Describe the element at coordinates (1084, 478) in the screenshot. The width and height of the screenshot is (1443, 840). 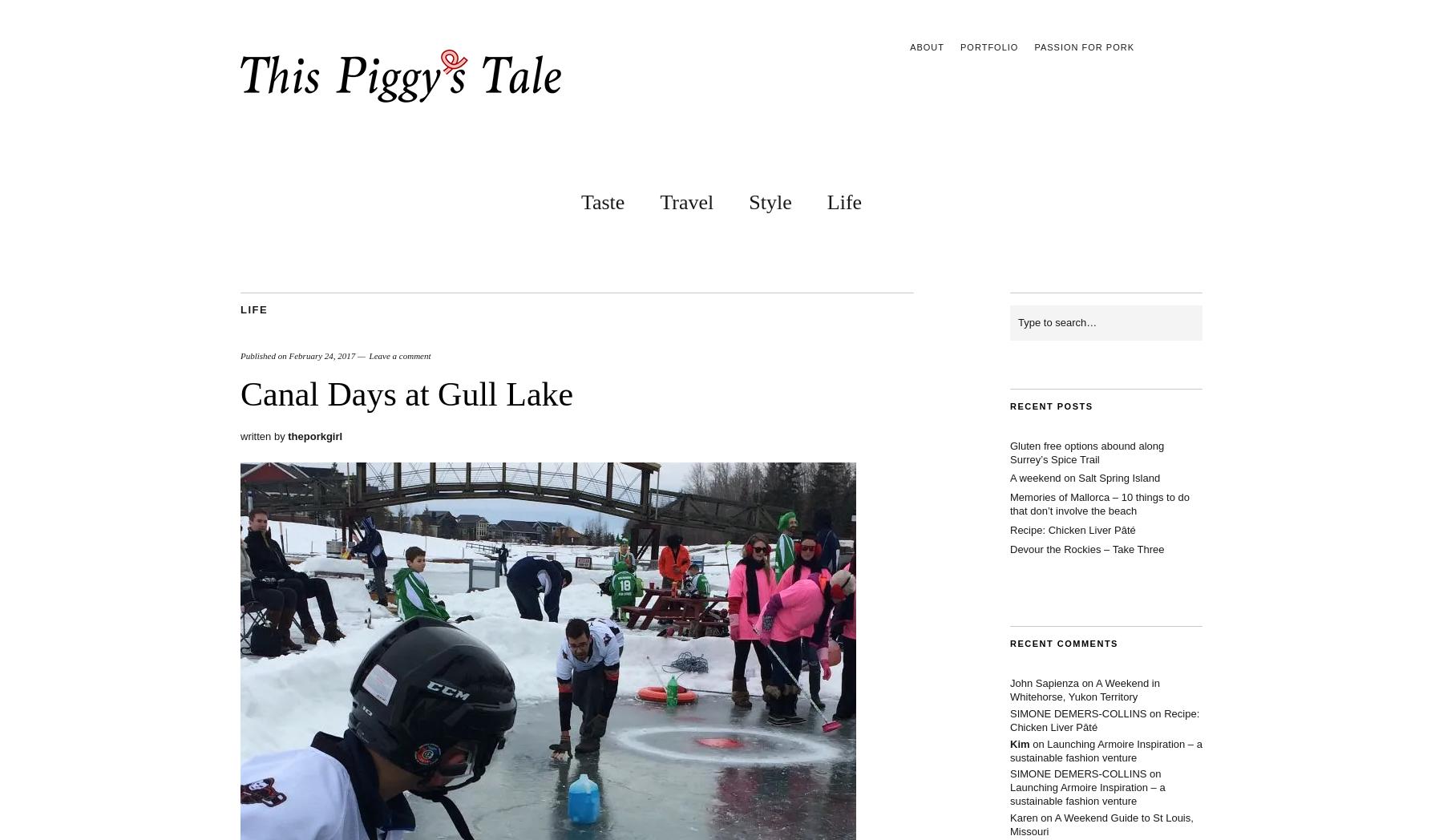
I see `'A weekend on Salt Spring Island'` at that location.